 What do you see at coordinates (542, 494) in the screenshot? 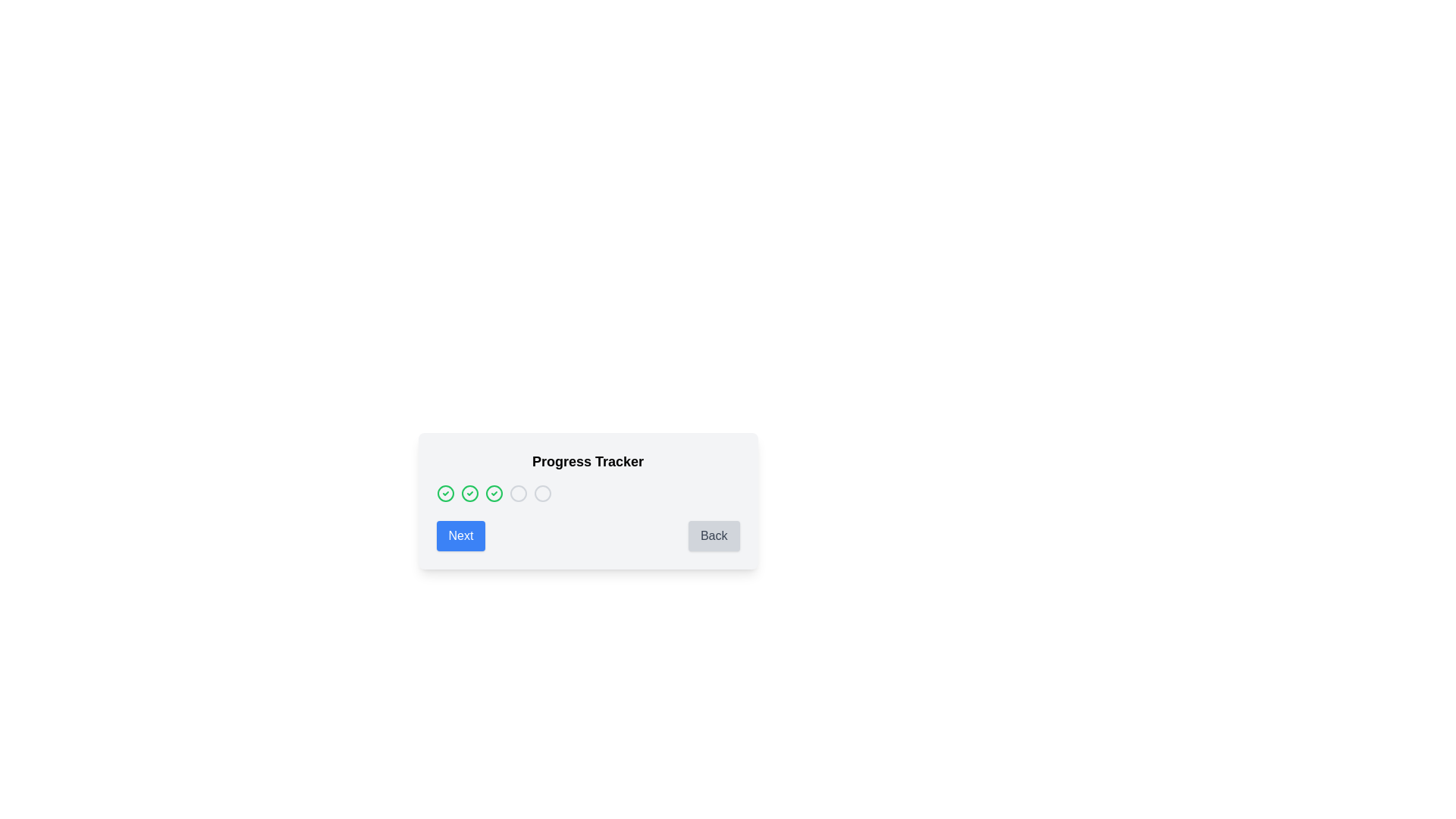
I see `the status represented by the fifth circular icon in the progress stage indicator, which is part of a sequence of six icons arranged horizontally near the middle-top of the progress tracker section` at bounding box center [542, 494].